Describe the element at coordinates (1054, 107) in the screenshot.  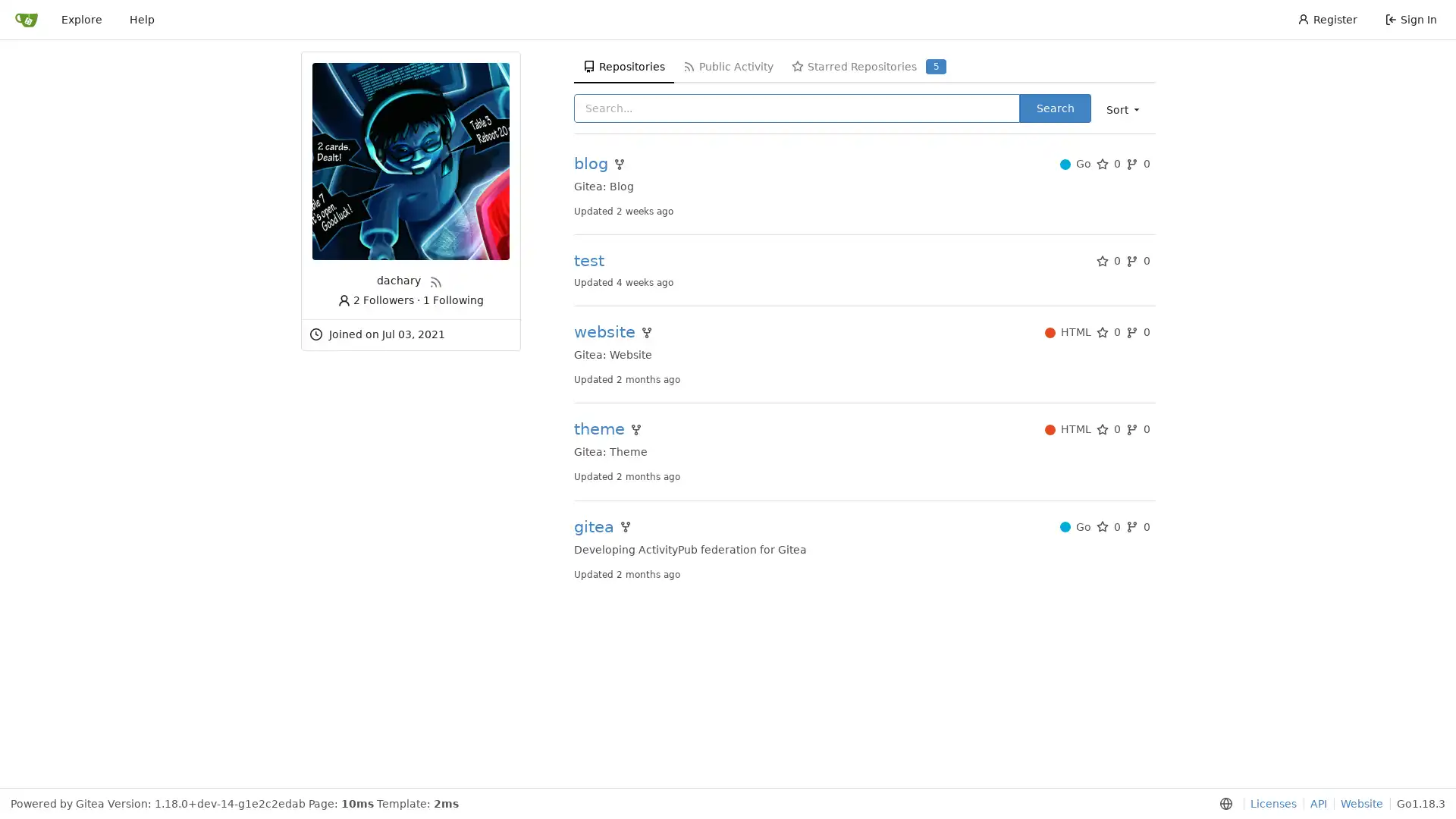
I see `Search` at that location.